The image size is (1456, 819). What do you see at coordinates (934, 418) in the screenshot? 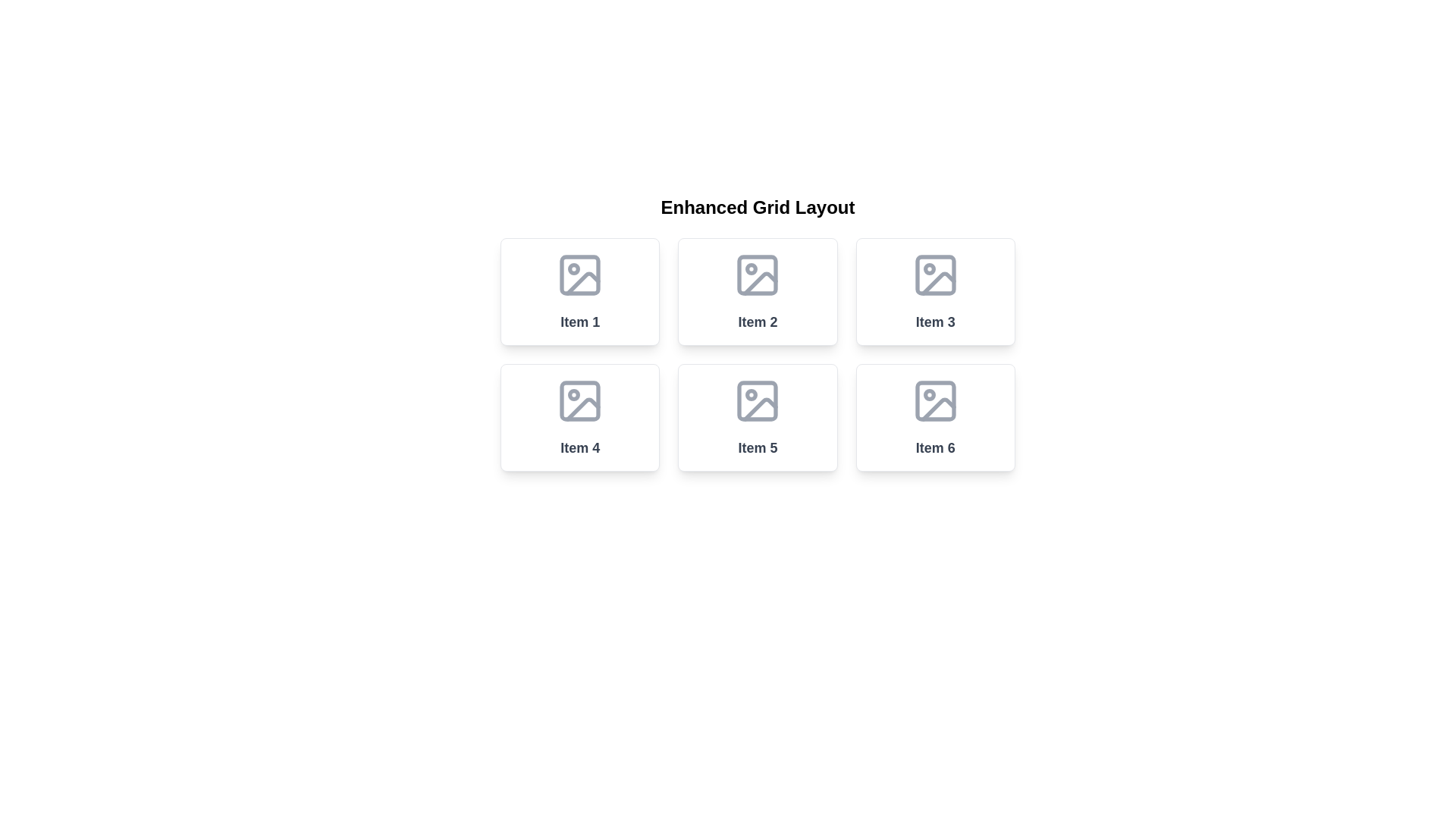
I see `the clickable card in the bottom-right corner of the grid layout, which features an icon of a framed picture and the text 'Item 6'` at bounding box center [934, 418].